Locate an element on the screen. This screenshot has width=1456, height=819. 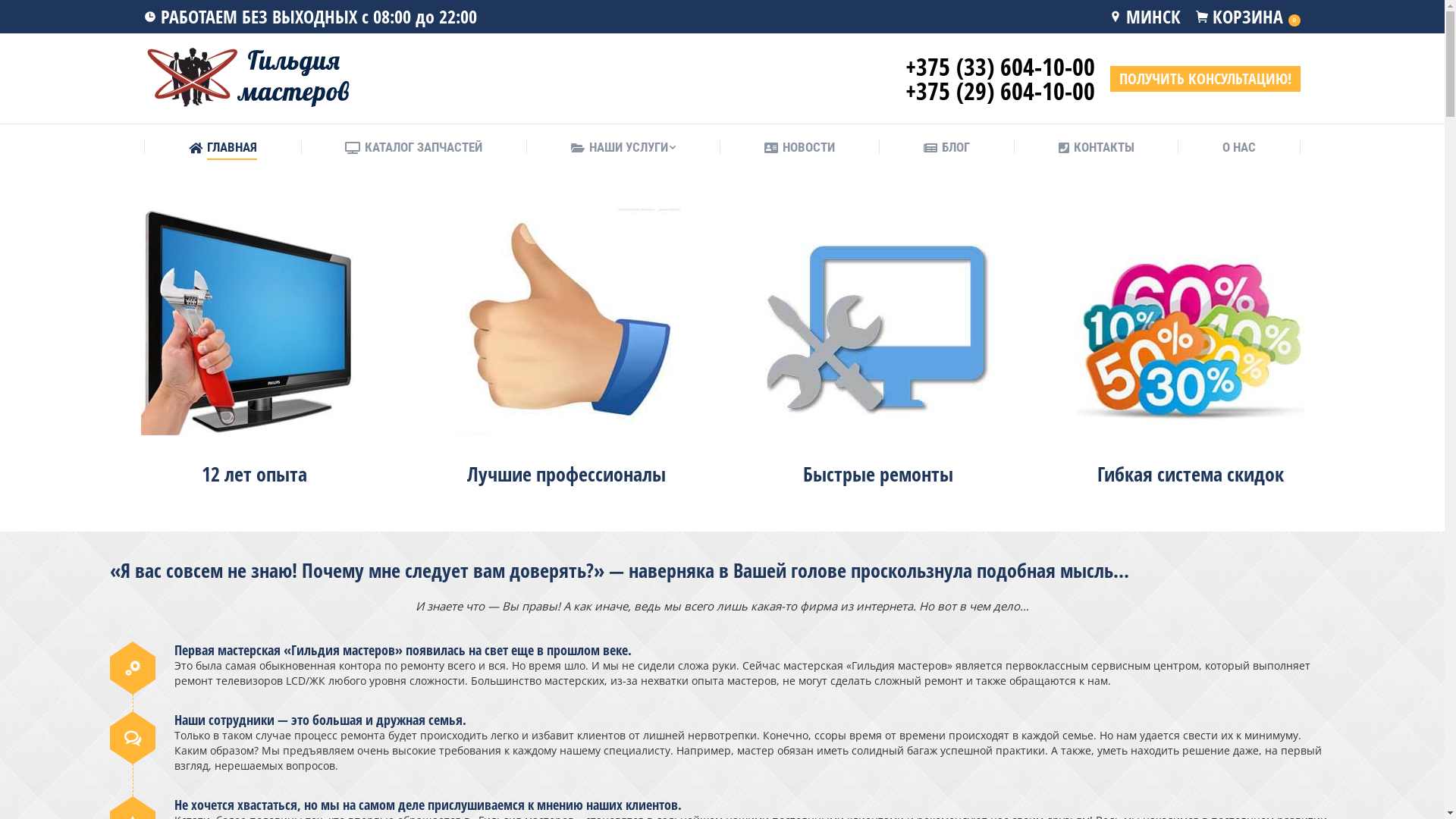
'+375 (29) 604-10-00' is located at coordinates (1000, 90).